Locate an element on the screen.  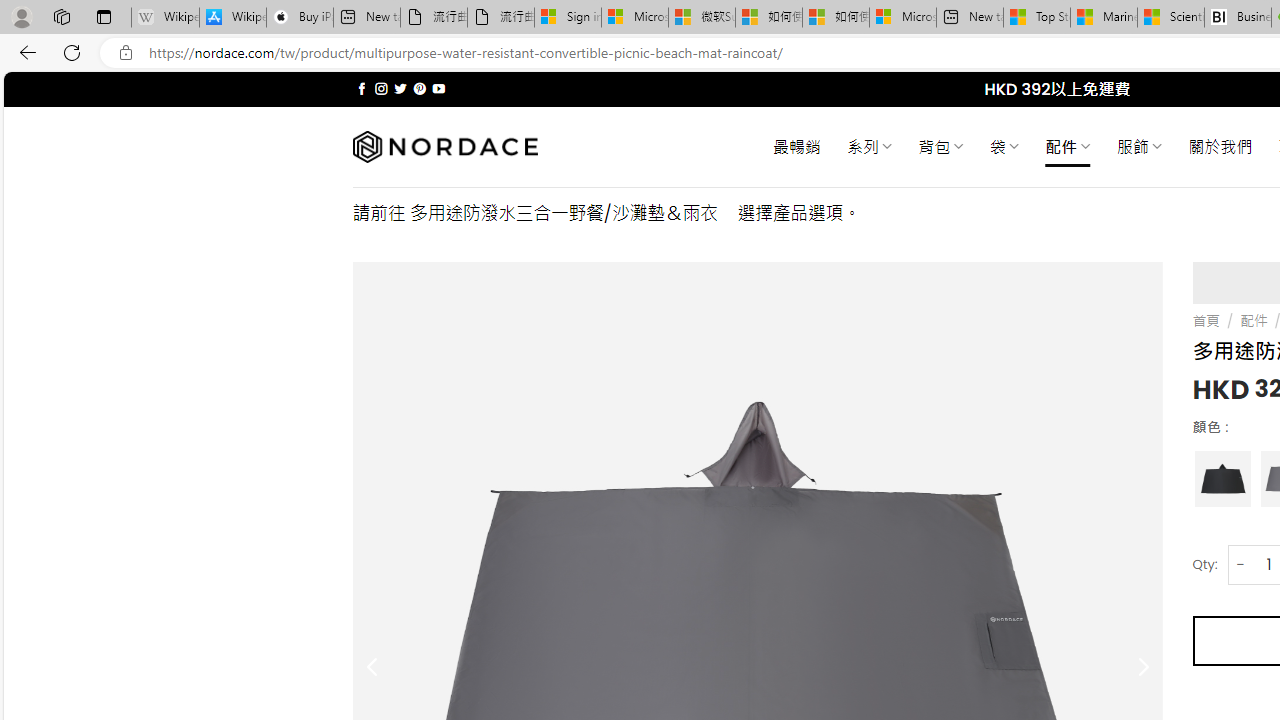
'Follow on Twitter' is located at coordinates (400, 88).